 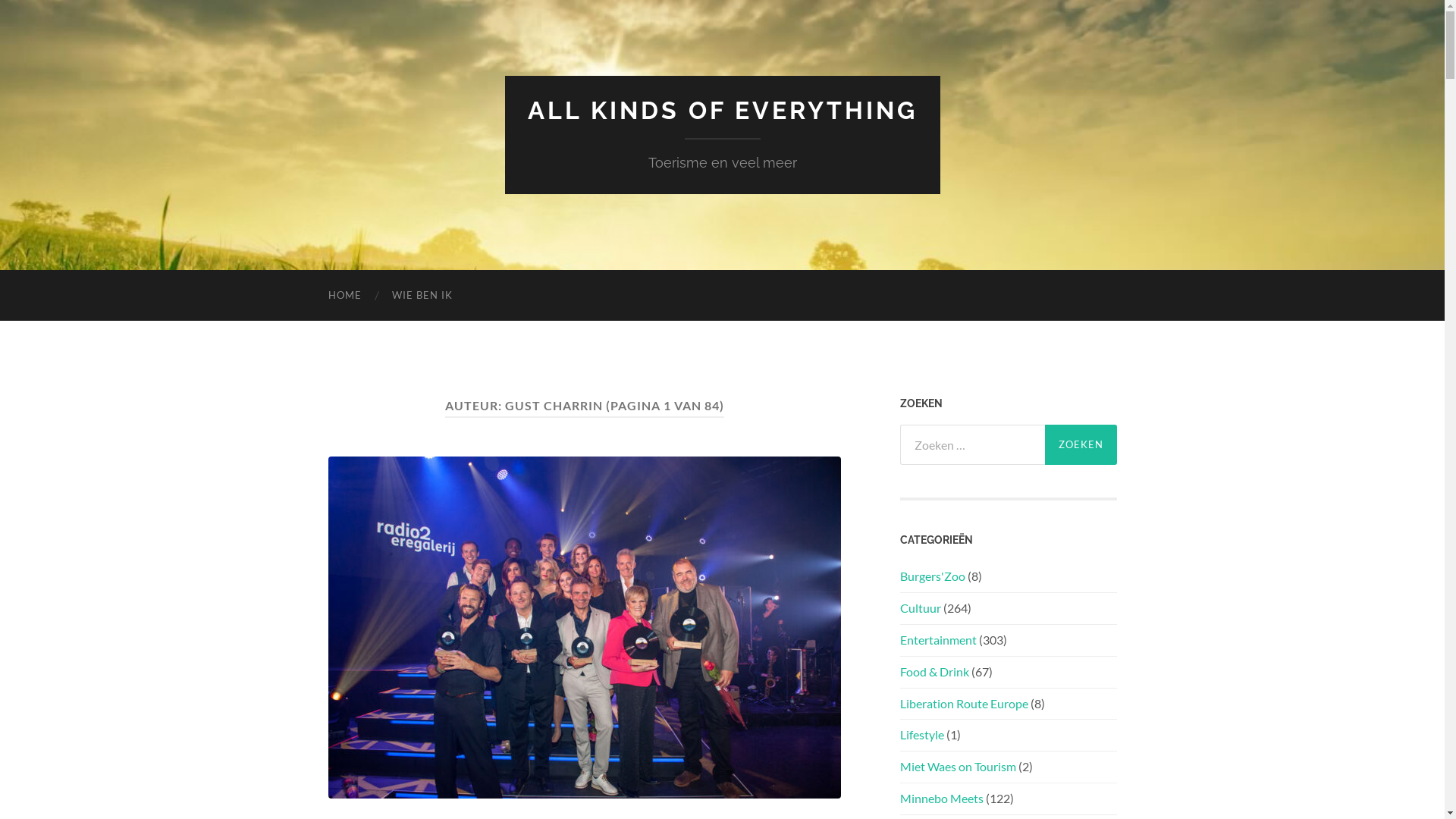 What do you see at coordinates (899, 703) in the screenshot?
I see `'Liberation Route Europe'` at bounding box center [899, 703].